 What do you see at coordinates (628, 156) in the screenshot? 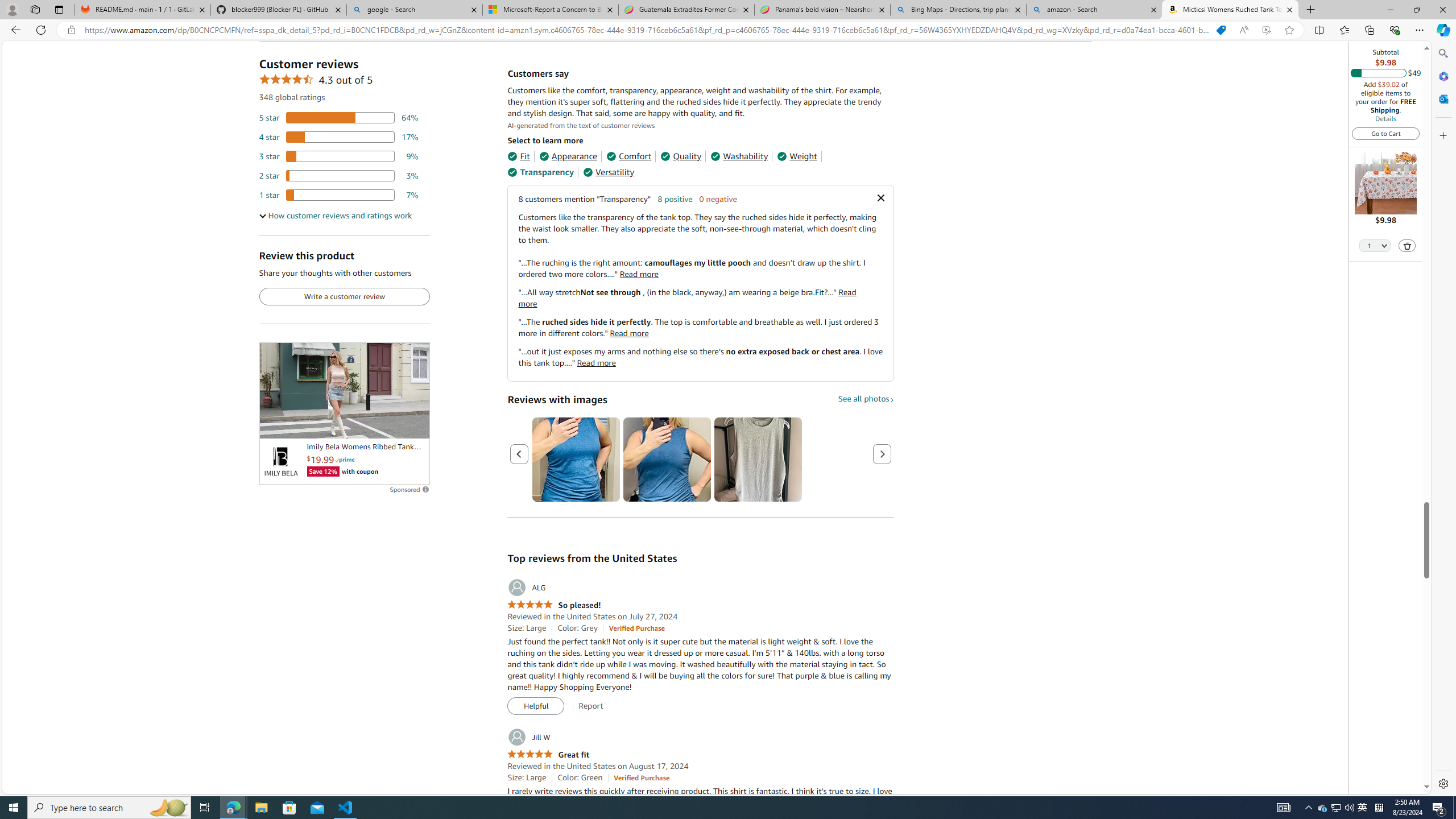
I see `'Comfort'` at bounding box center [628, 156].